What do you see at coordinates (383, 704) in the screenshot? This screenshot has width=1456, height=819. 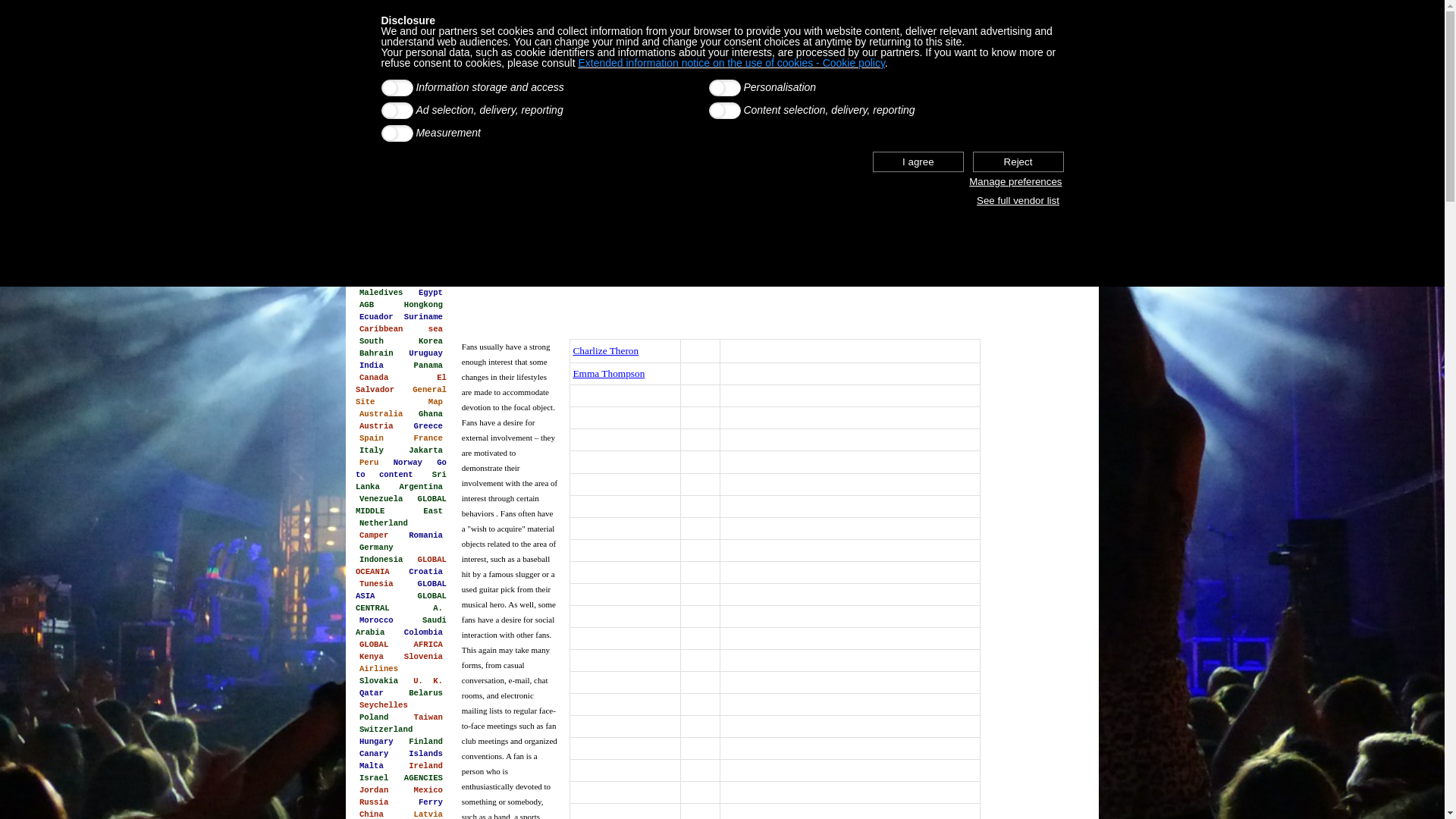 I see `'Seychelles'` at bounding box center [383, 704].